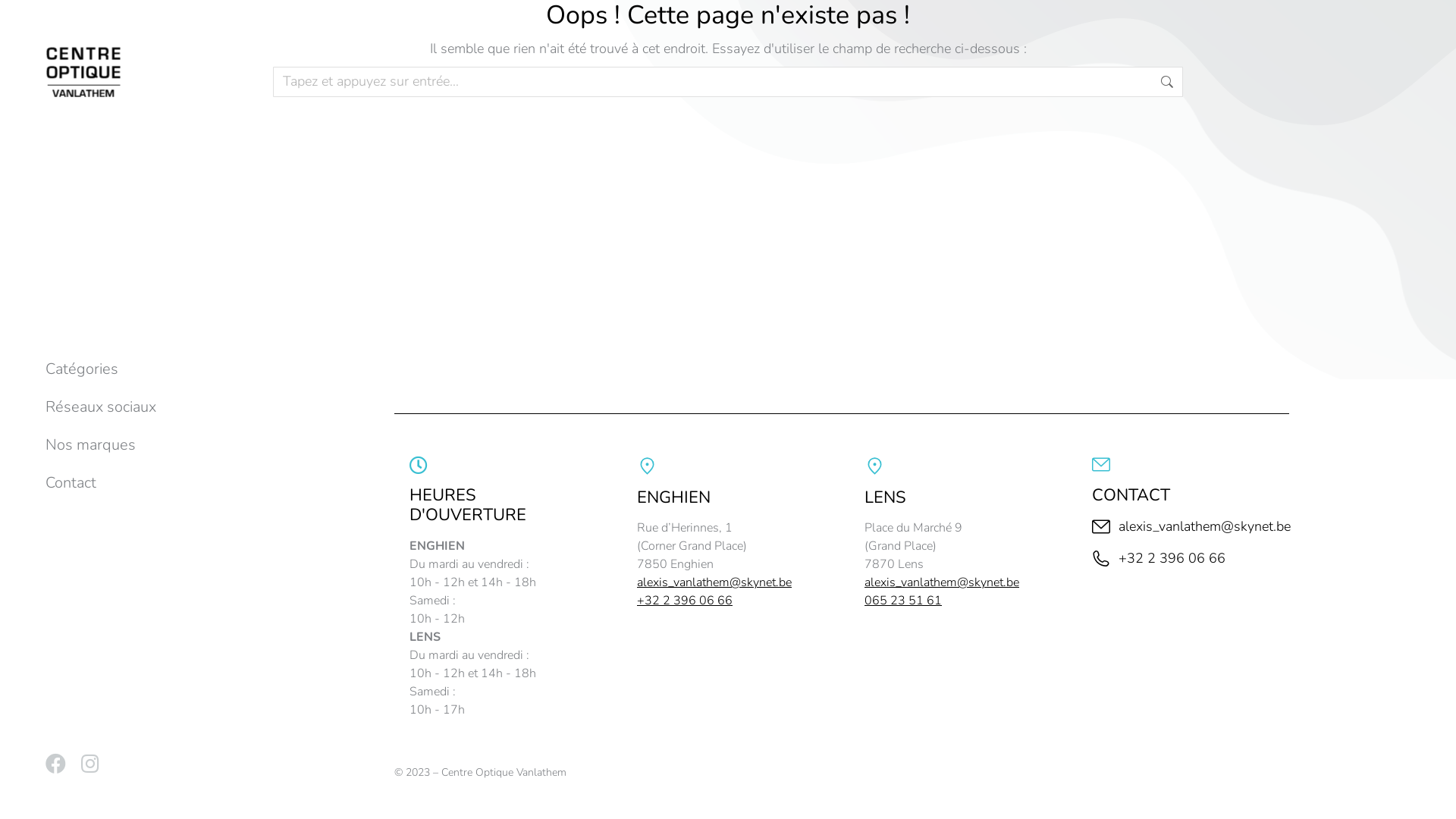 Image resolution: width=1456 pixels, height=819 pixels. Describe the element at coordinates (713, 581) in the screenshot. I see `'alexis_vanlathem@skynet.be'` at that location.